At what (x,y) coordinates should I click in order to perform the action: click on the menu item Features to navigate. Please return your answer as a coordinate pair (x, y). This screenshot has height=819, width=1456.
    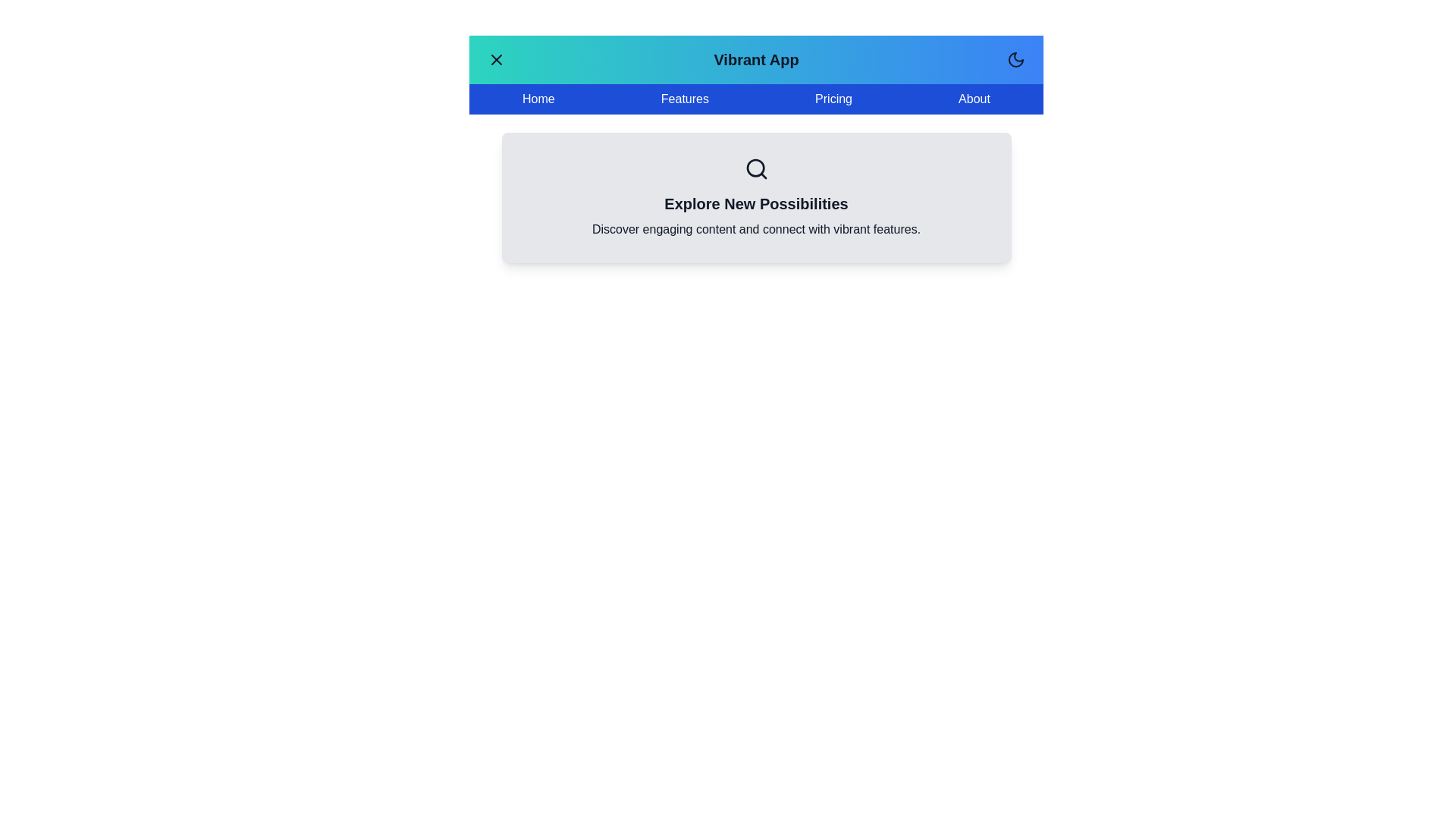
    Looking at the image, I should click on (683, 99).